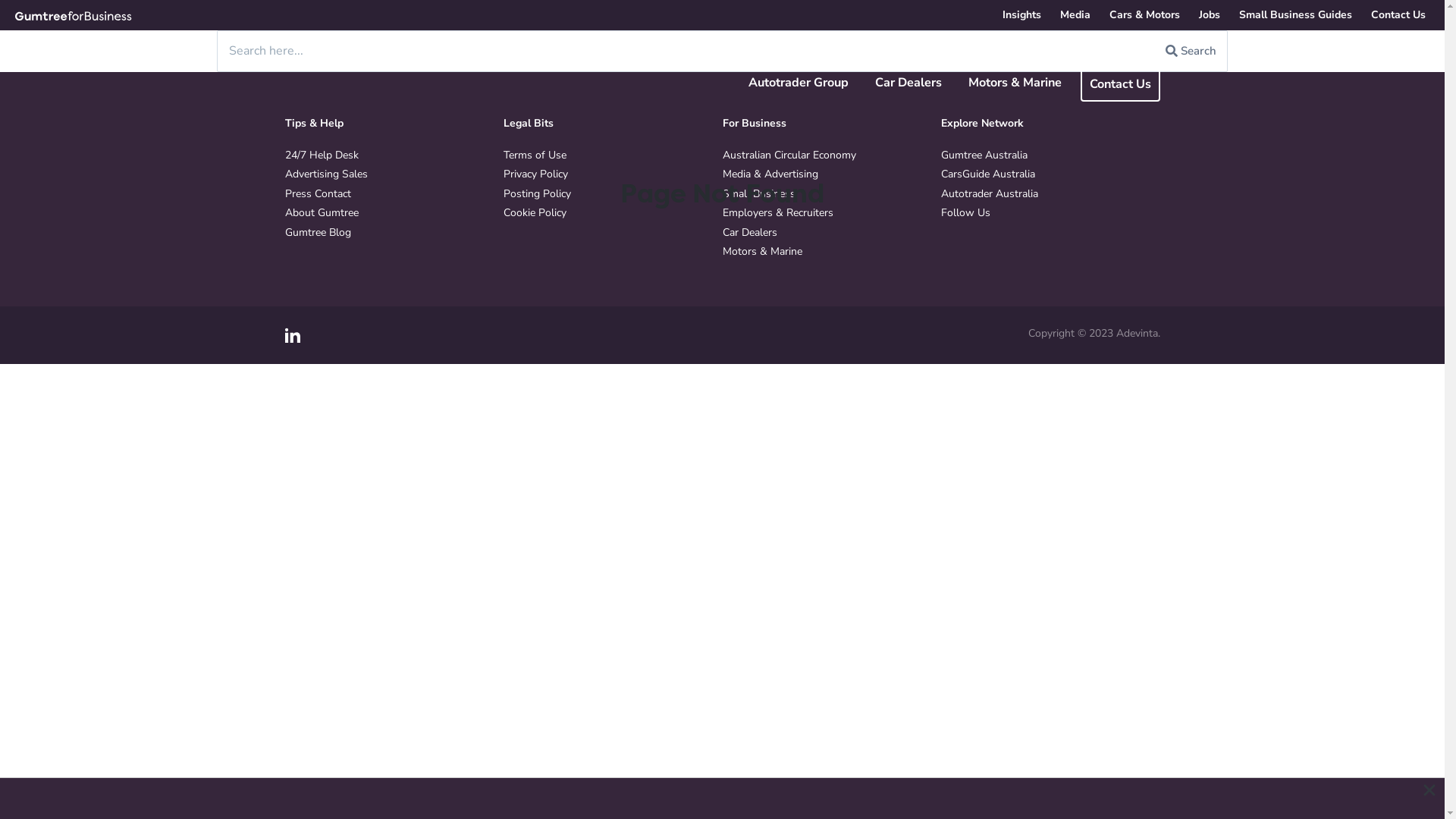 This screenshot has height=819, width=1456. What do you see at coordinates (321, 212) in the screenshot?
I see `'About Gumtree'` at bounding box center [321, 212].